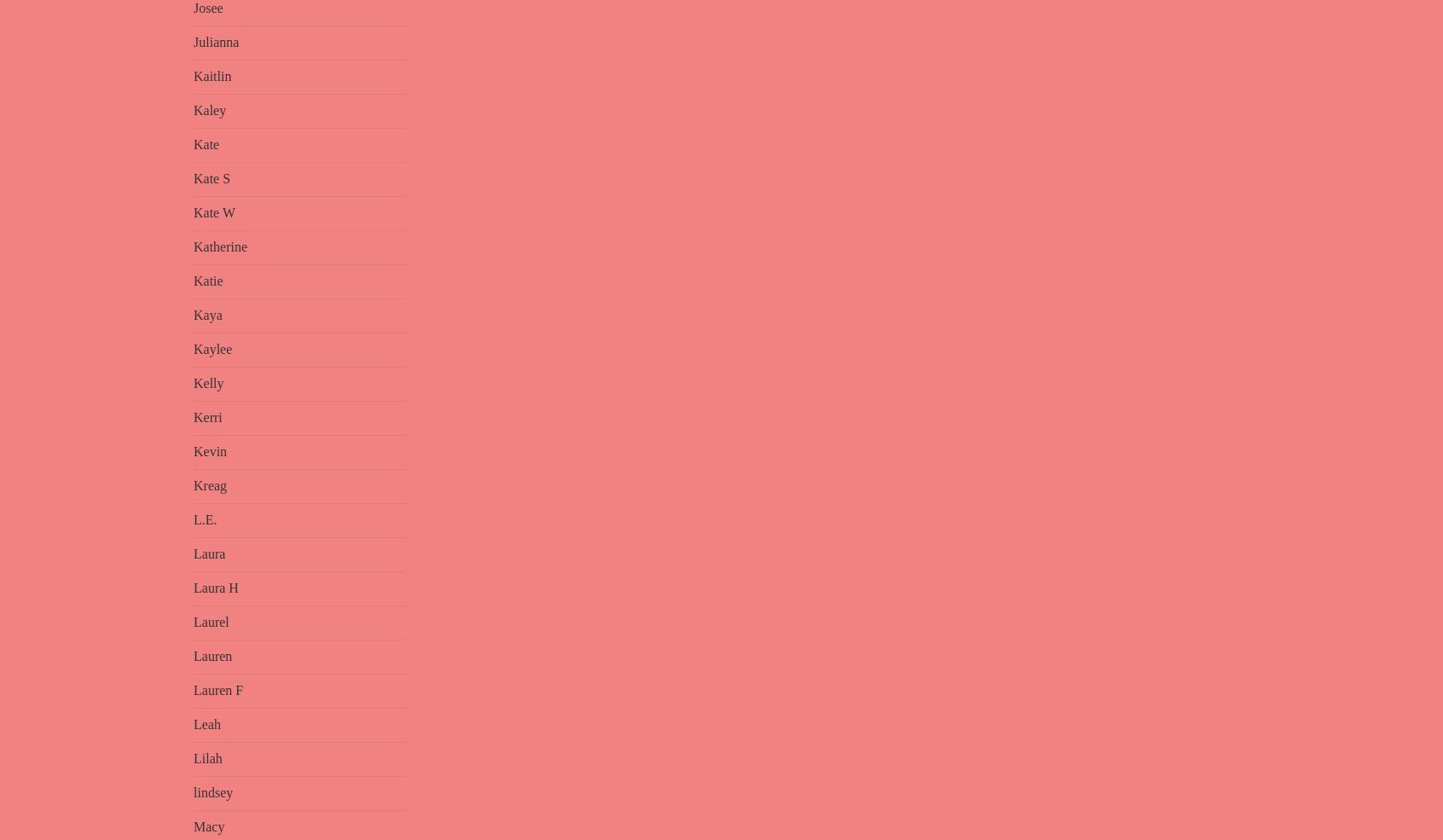 Image resolution: width=1443 pixels, height=840 pixels. What do you see at coordinates (207, 416) in the screenshot?
I see `'Kerri'` at bounding box center [207, 416].